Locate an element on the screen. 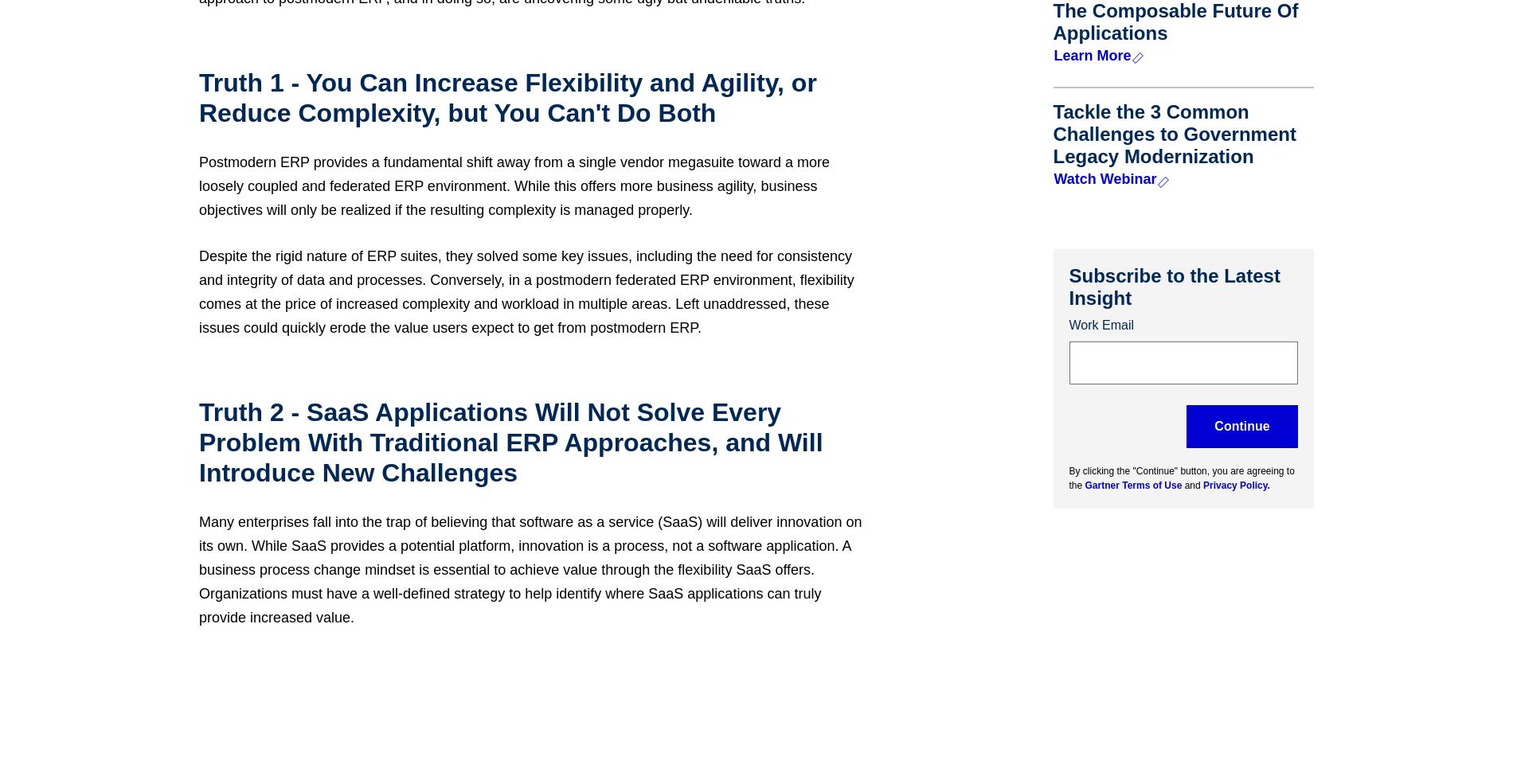 This screenshot has height=784, width=1513. 'Work Email' is located at coordinates (1101, 323).